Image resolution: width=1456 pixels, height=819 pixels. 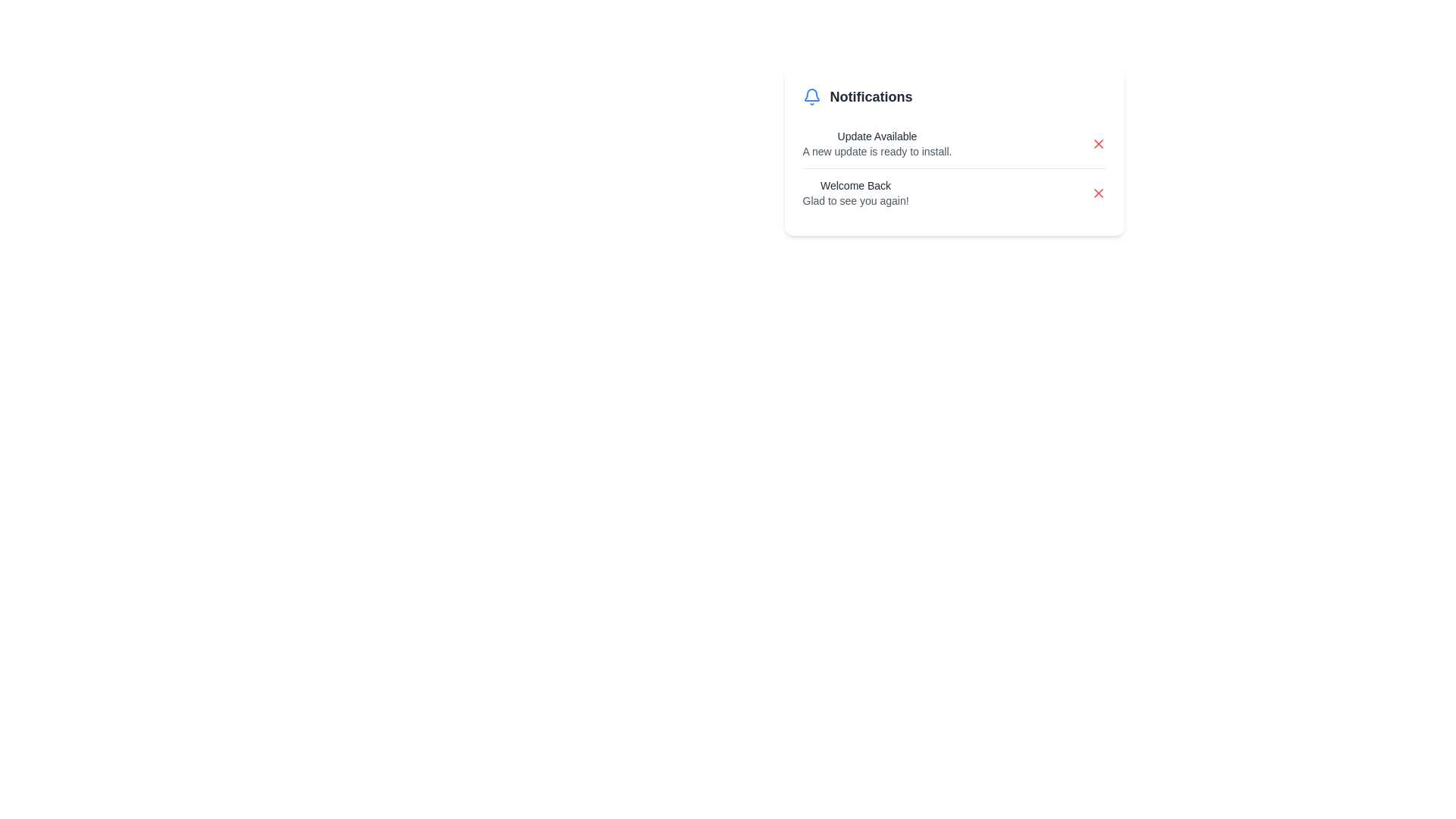 I want to click on the title text element of the notification card, which is located in the right-middle area and follows the bell icon, so click(x=871, y=96).